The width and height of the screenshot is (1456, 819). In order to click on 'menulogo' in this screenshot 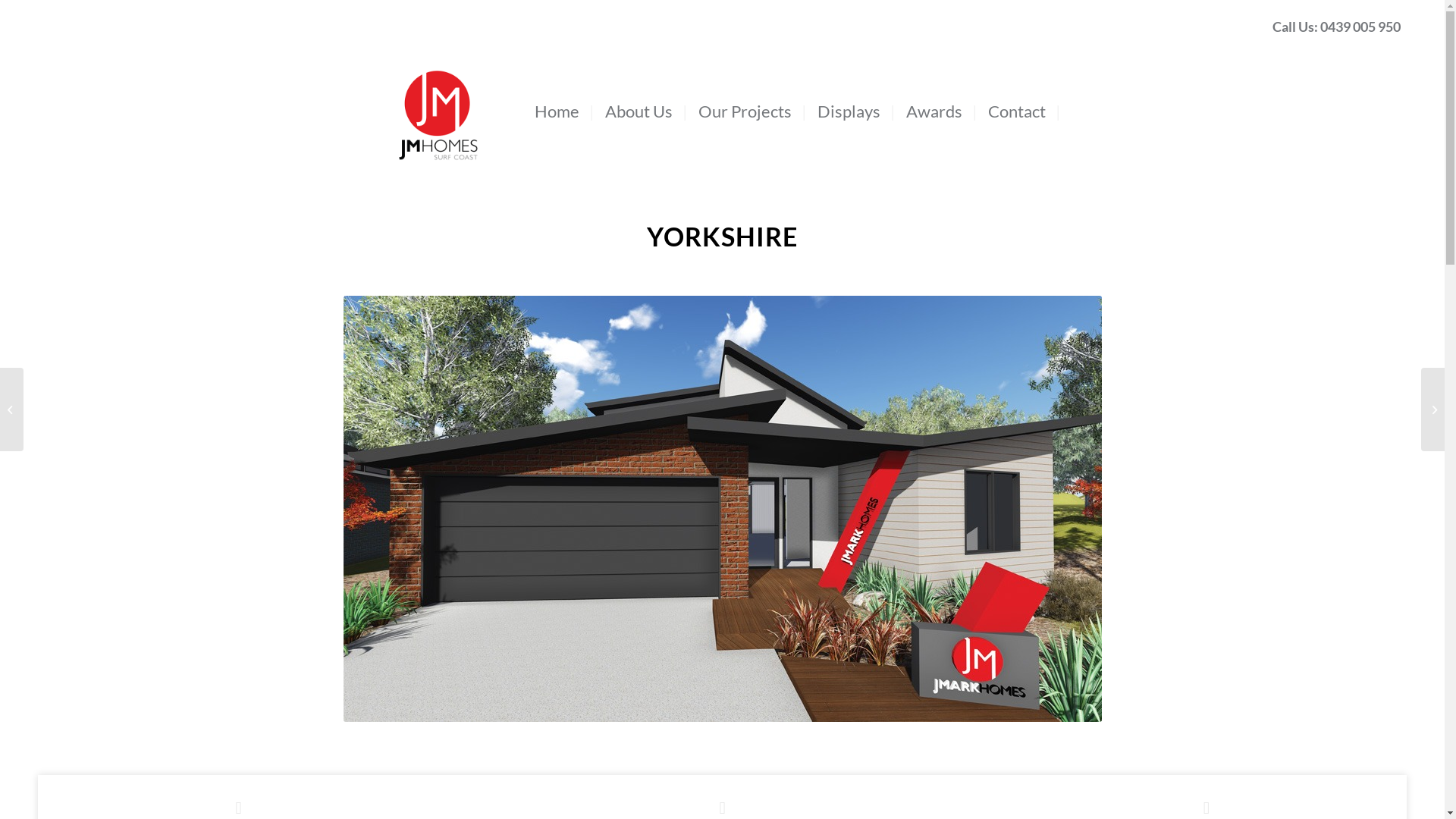, I will do `click(437, 88)`.